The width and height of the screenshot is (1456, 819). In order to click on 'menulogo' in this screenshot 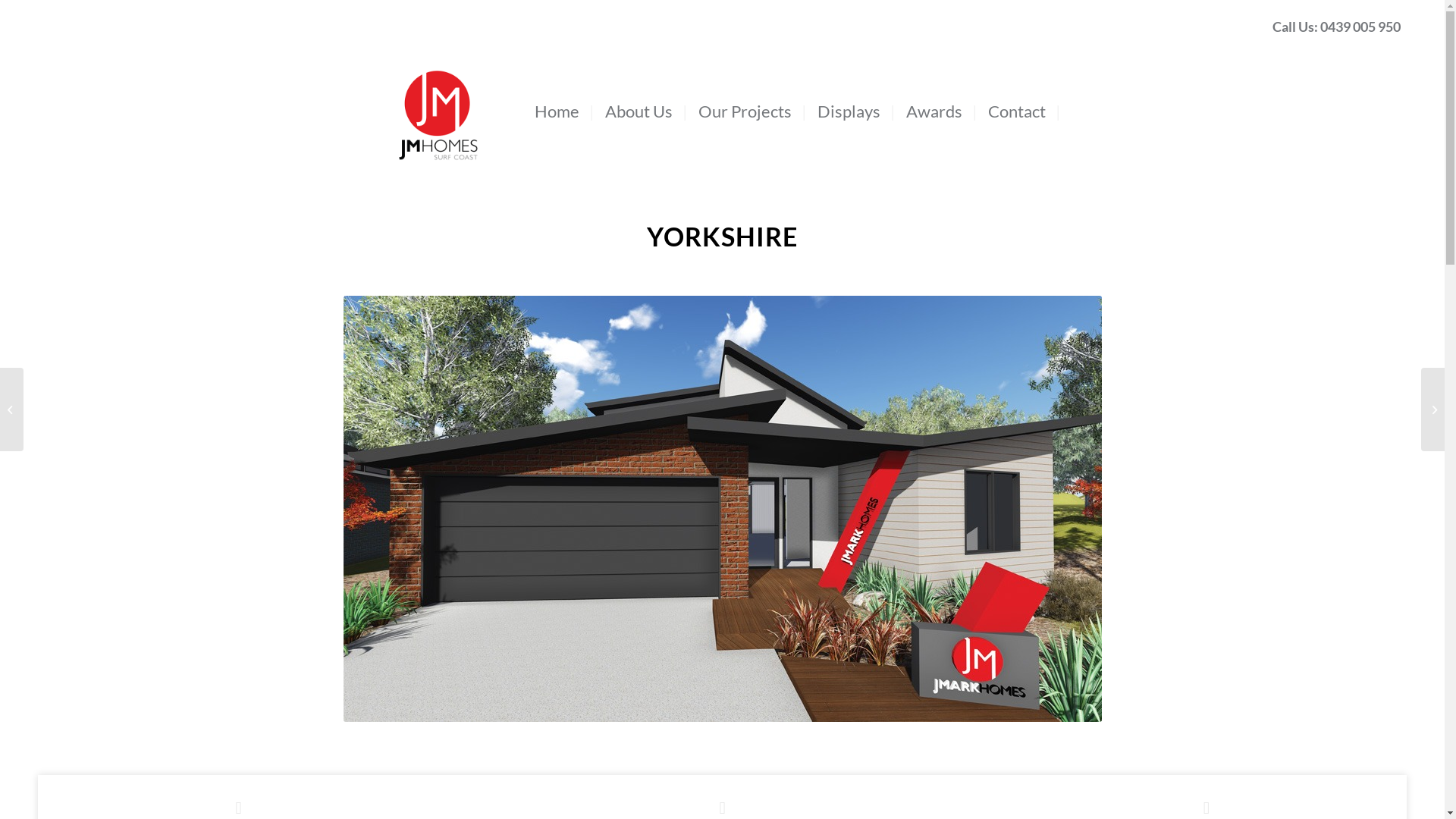, I will do `click(437, 88)`.